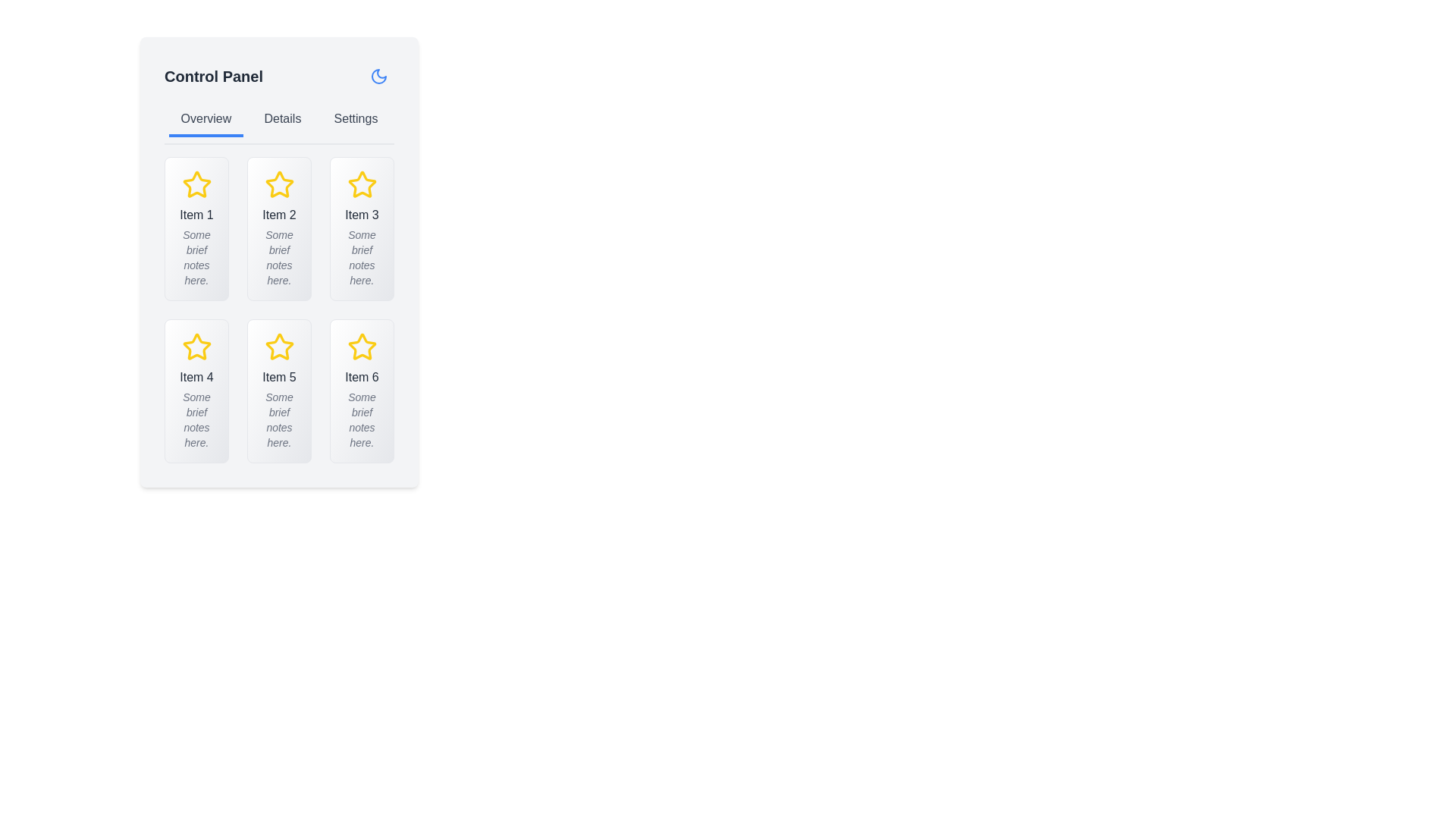 The width and height of the screenshot is (1456, 819). Describe the element at coordinates (279, 124) in the screenshot. I see `the Tab group located below the 'Control Panel' heading` at that location.